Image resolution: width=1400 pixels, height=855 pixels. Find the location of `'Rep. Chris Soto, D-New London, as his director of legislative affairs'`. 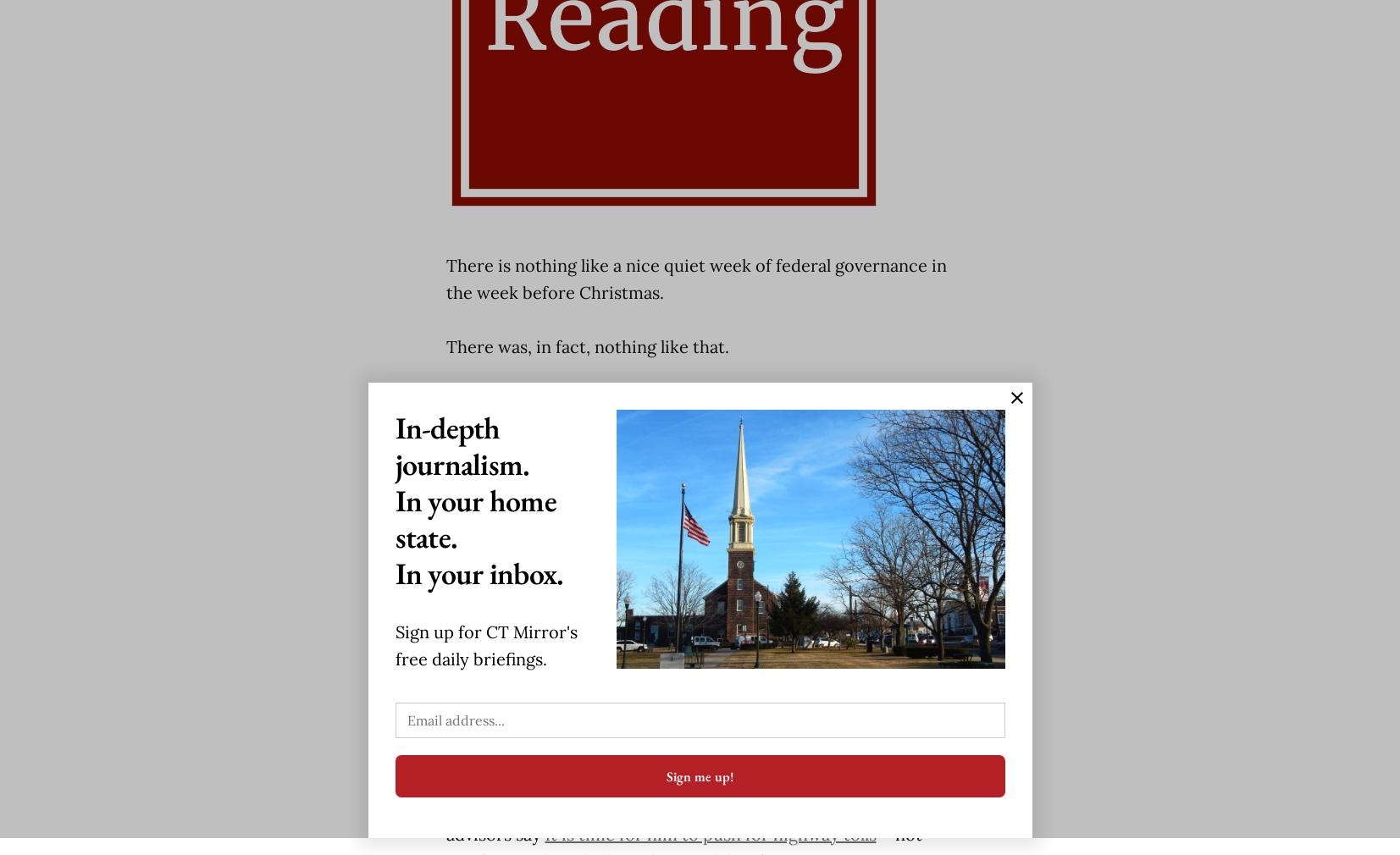

'Rep. Chris Soto, D-New London, as his director of legislative affairs' is located at coordinates (678, 602).